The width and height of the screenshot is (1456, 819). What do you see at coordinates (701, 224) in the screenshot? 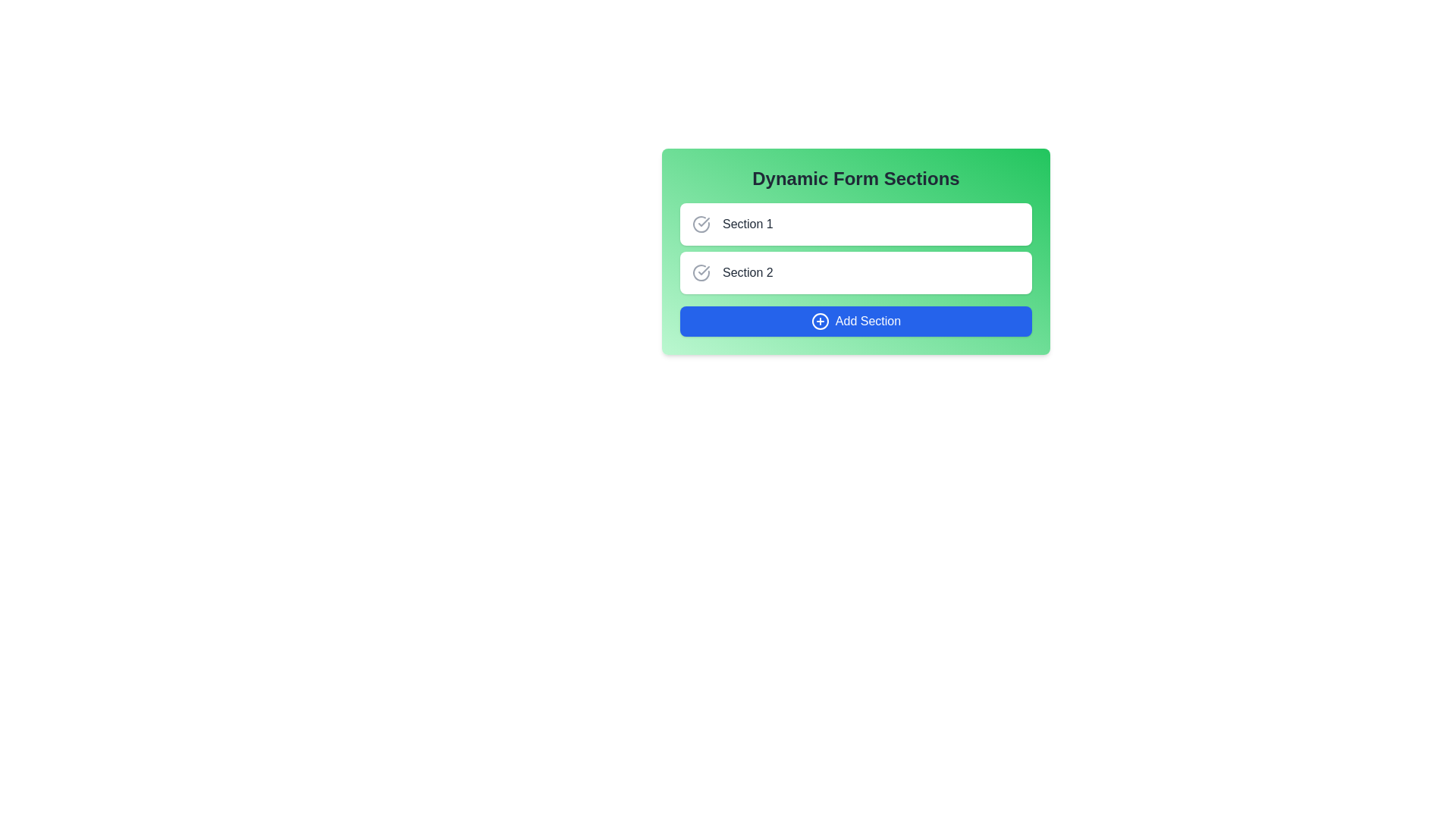
I see `the decorative icon indicating that 'Section 1' is selected, which is located to the left of the text 'Section 1' in the first row of the 'Dynamic Form Sections' list` at bounding box center [701, 224].